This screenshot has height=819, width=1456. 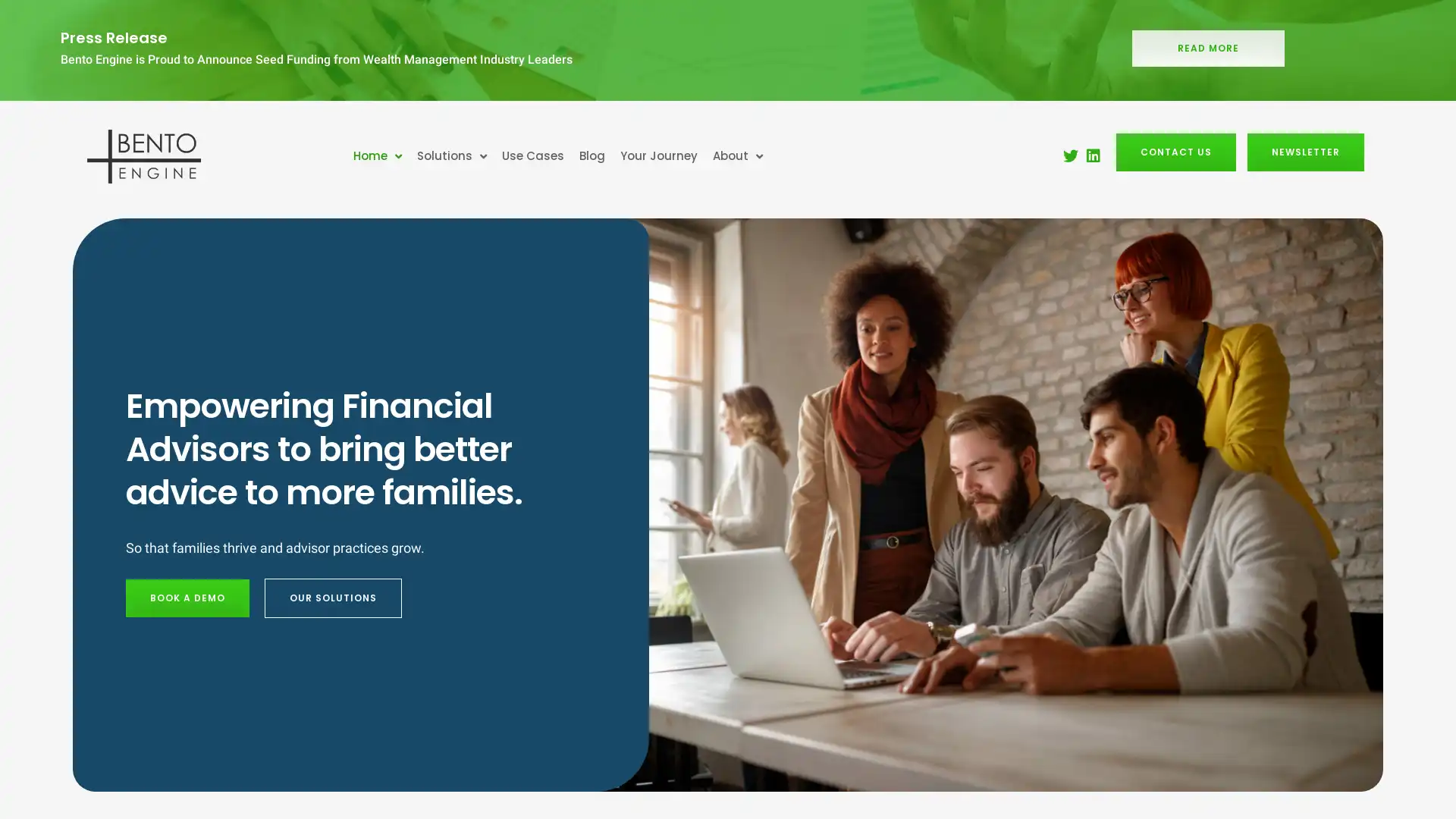 What do you see at coordinates (1175, 152) in the screenshot?
I see `CONTACT US` at bounding box center [1175, 152].